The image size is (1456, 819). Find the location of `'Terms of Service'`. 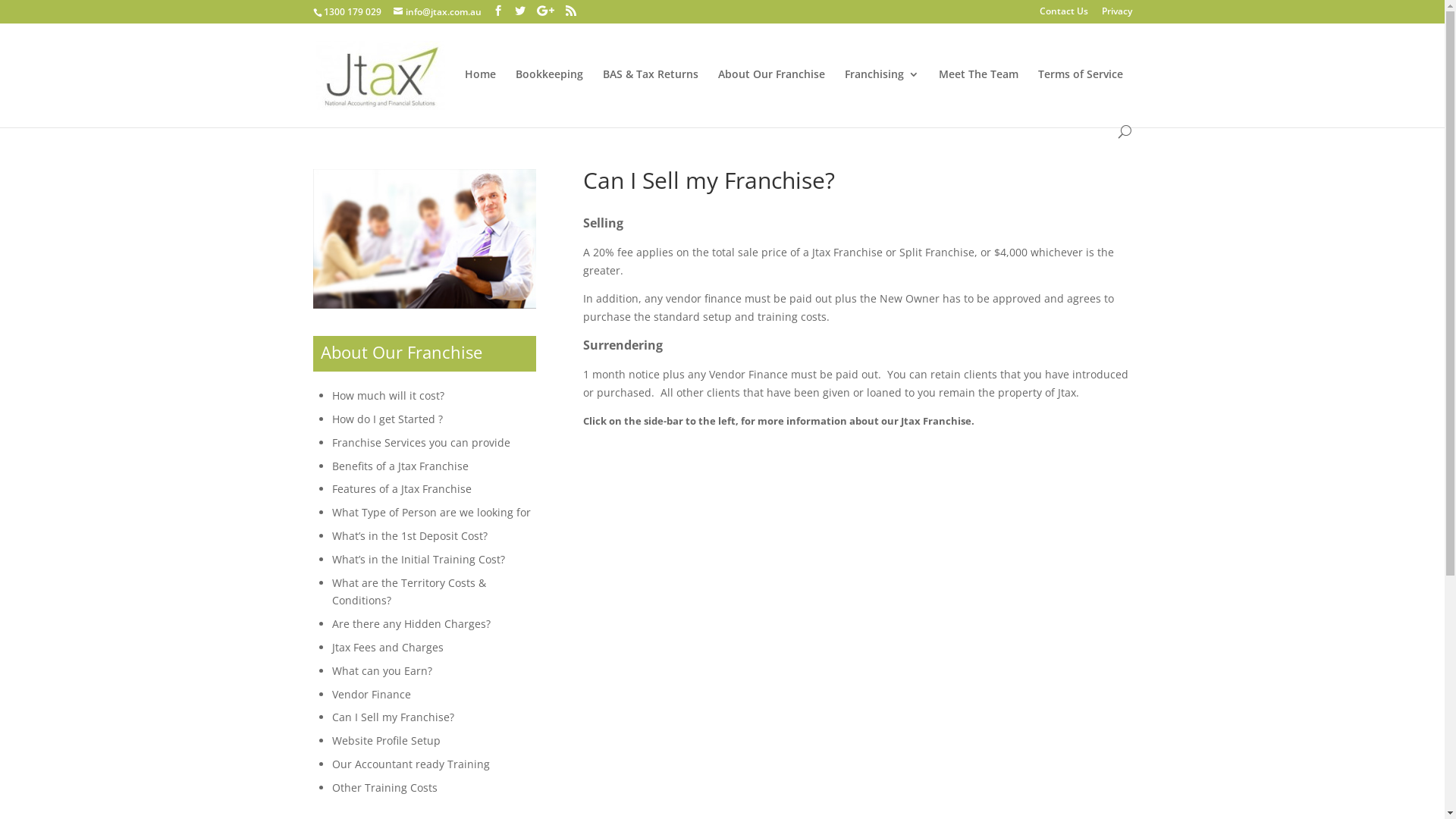

'Terms of Service' is located at coordinates (1079, 96).